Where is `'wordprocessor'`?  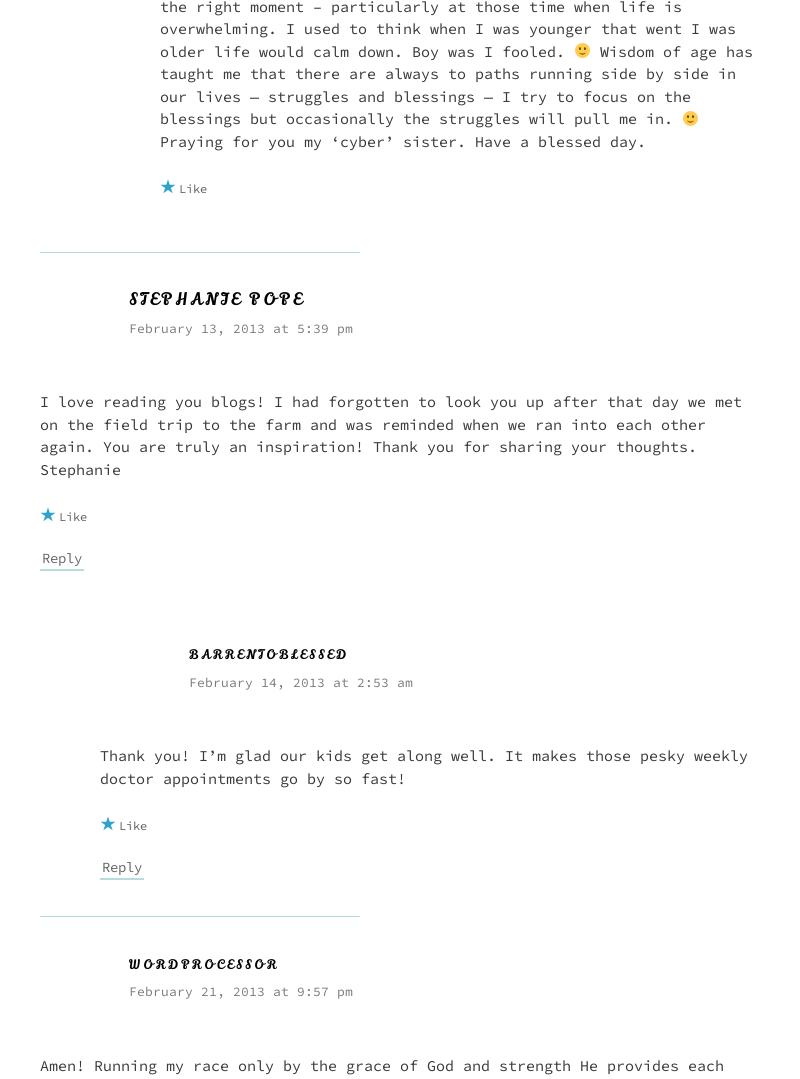 'wordprocessor' is located at coordinates (128, 962).